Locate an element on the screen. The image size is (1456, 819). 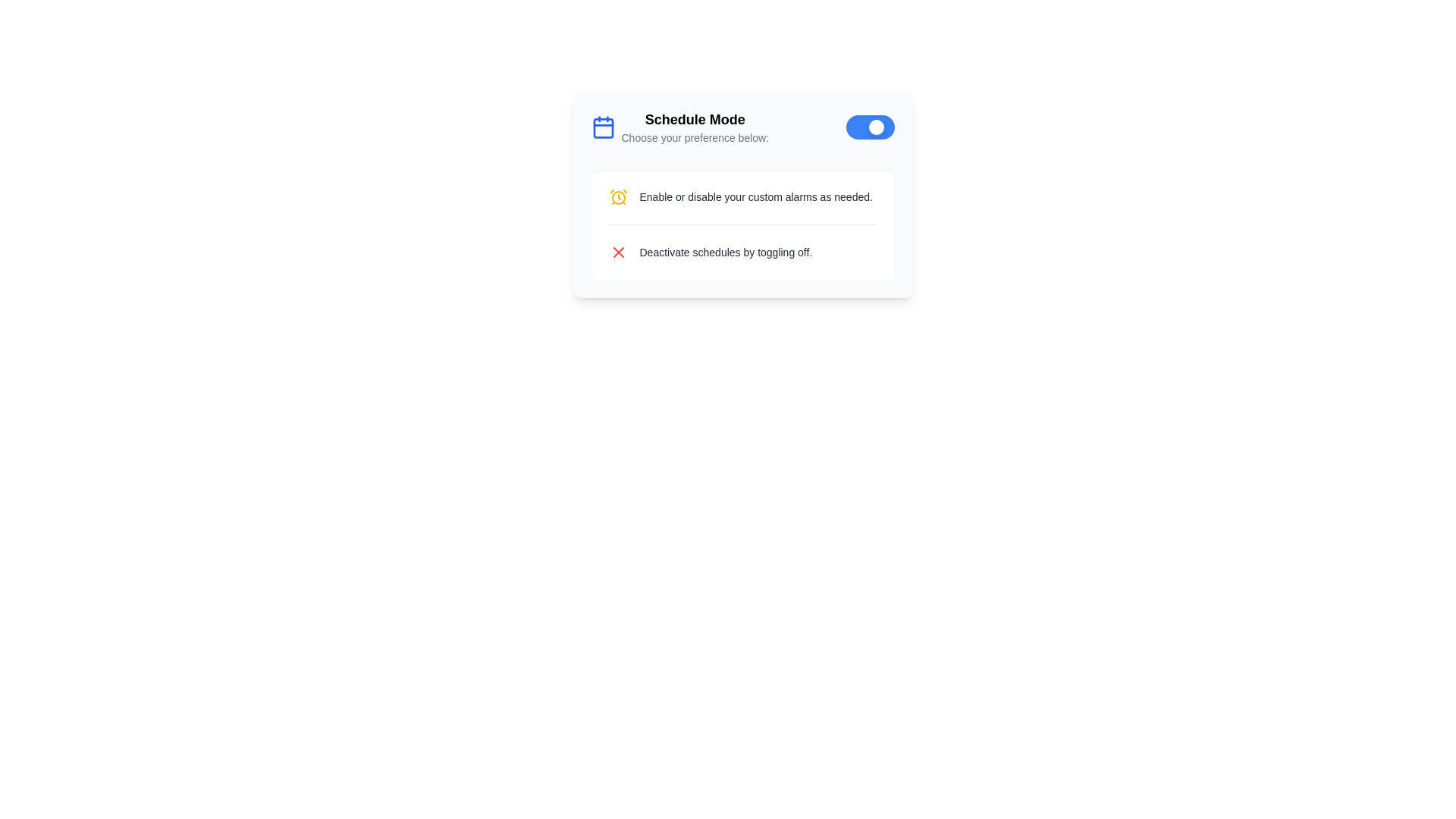
text block containing the heading 'Schedule Mode' and subheading 'Choose your preference below' for instructions is located at coordinates (694, 127).